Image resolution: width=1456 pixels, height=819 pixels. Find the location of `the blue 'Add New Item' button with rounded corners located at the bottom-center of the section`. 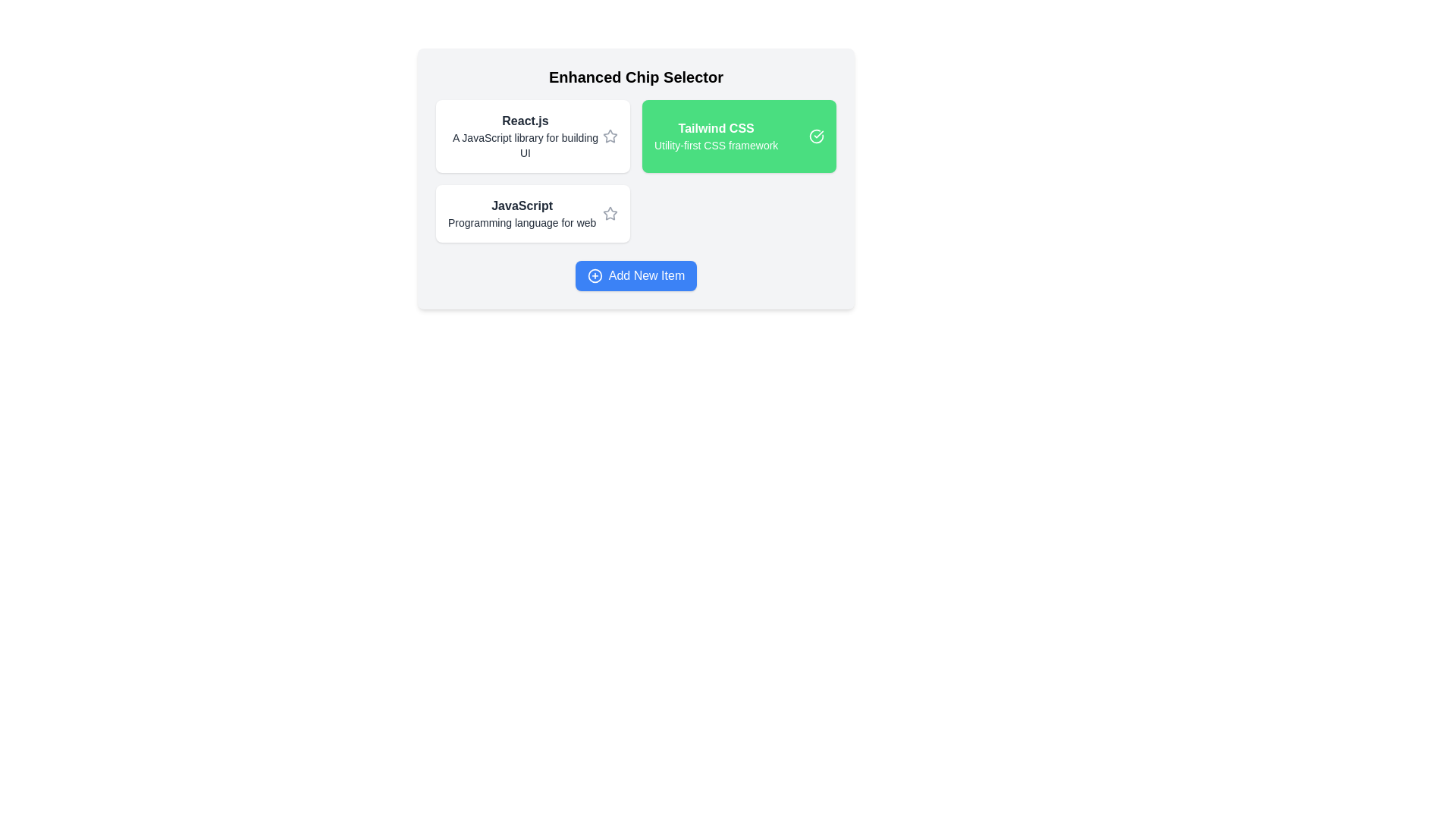

the blue 'Add New Item' button with rounded corners located at the bottom-center of the section is located at coordinates (636, 275).